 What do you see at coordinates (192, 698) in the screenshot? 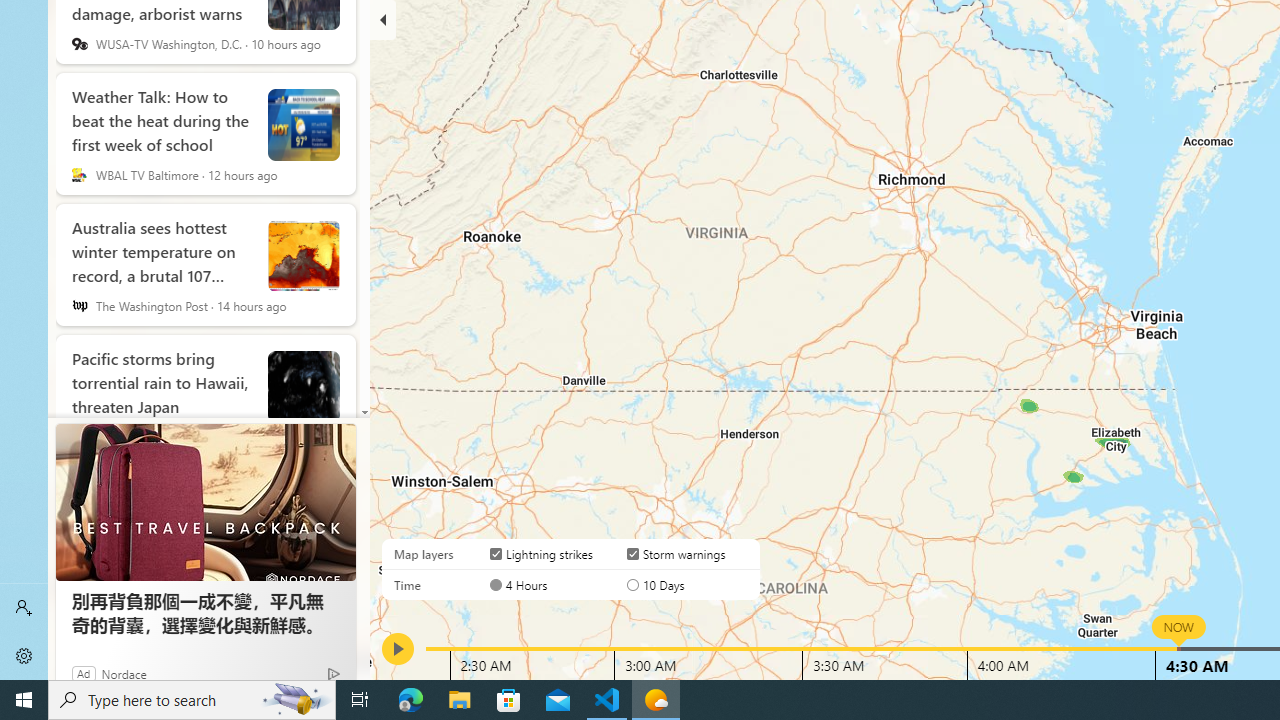
I see `'Type here to search'` at bounding box center [192, 698].